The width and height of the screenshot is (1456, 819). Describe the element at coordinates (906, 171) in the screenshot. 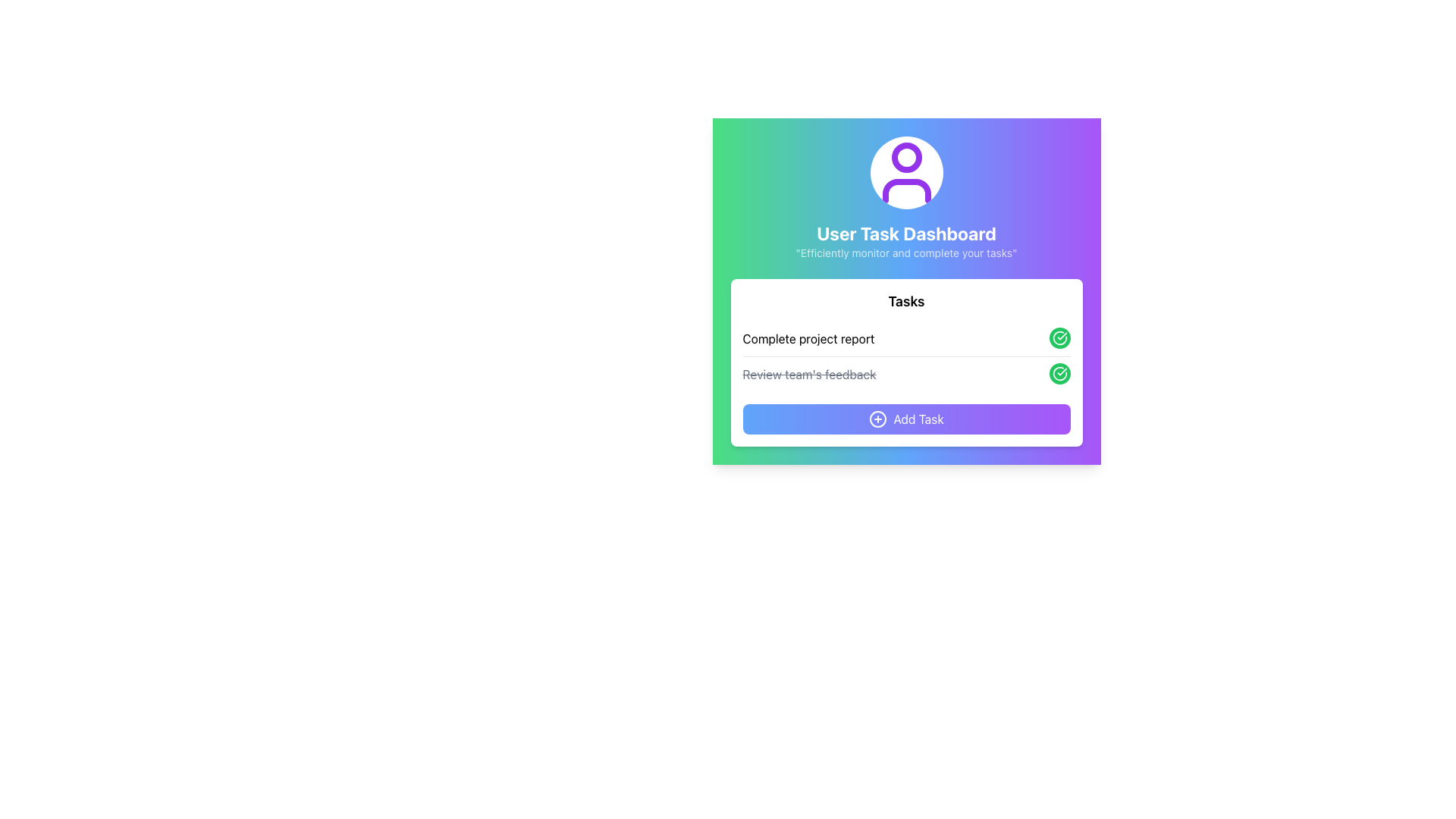

I see `the circular user icon with a purple outline, located at the top of the panel below the gradient header, centered above the 'User Task Dashboard' title` at that location.